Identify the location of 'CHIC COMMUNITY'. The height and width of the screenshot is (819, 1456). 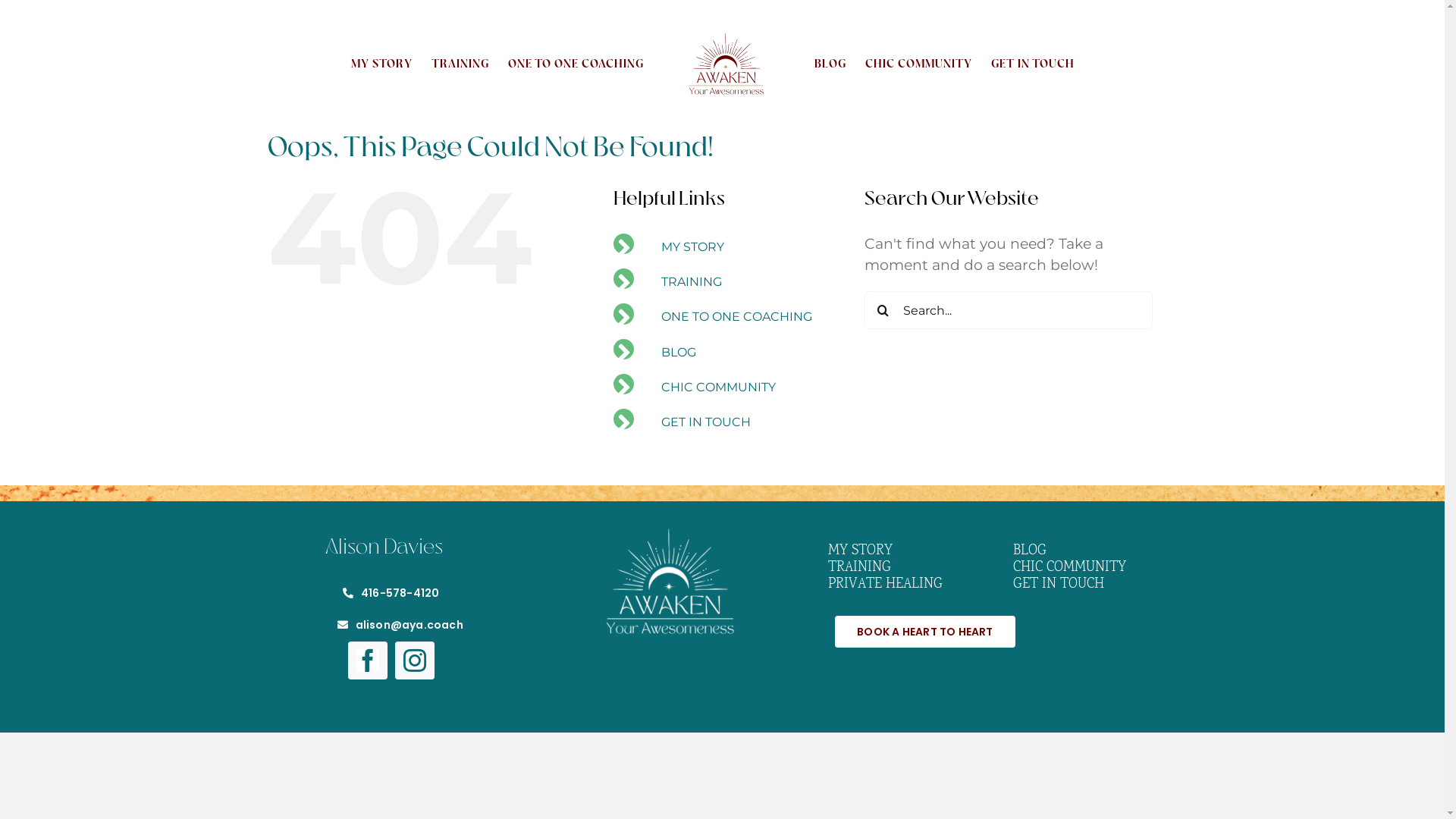
(1012, 567).